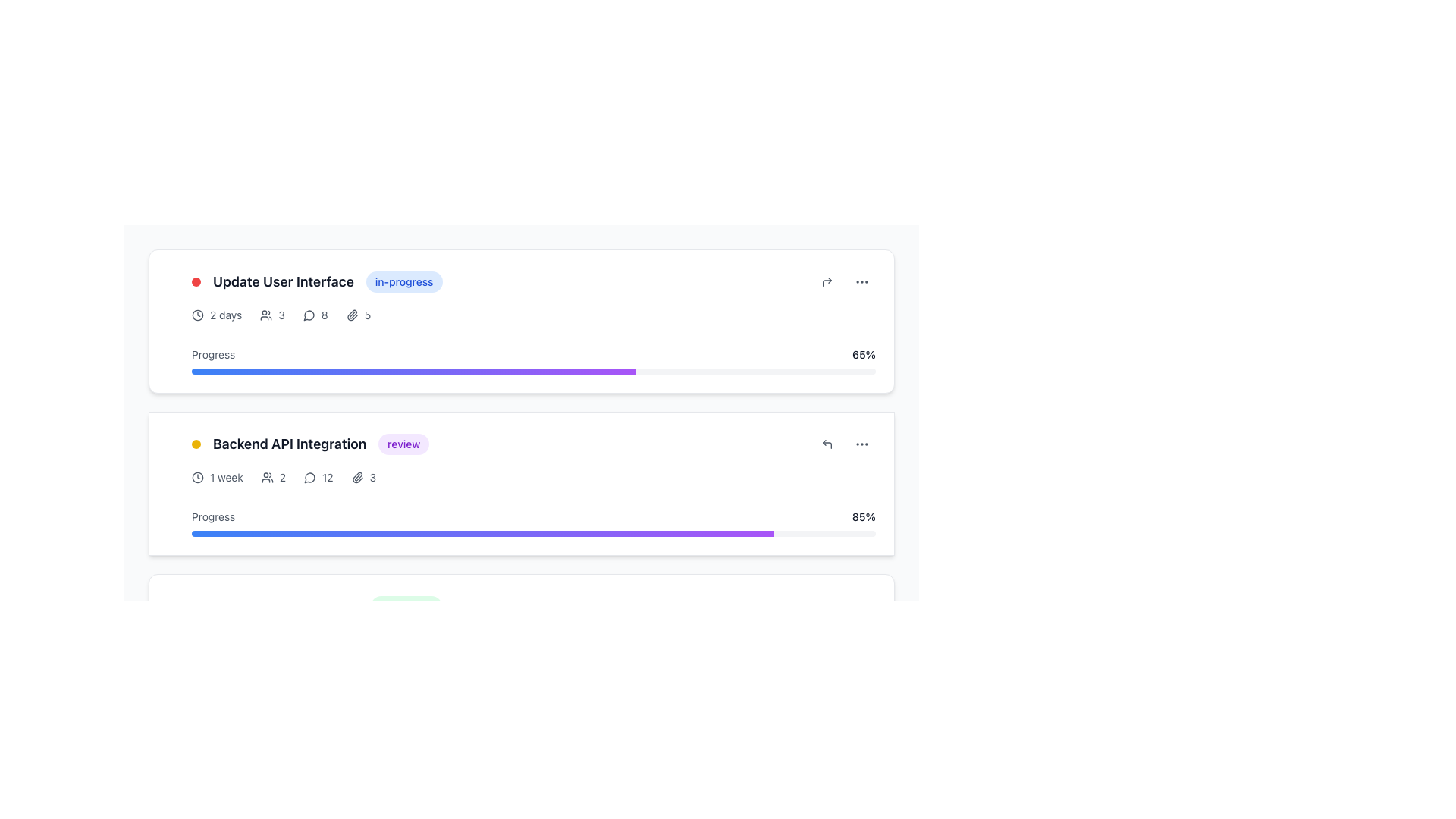 The height and width of the screenshot is (819, 1456). Describe the element at coordinates (216, 315) in the screenshot. I see `the time information displayed by the clock icon and text label grouping indicating '2 days', located in the top-left section of the 'Update User Interface' card` at that location.